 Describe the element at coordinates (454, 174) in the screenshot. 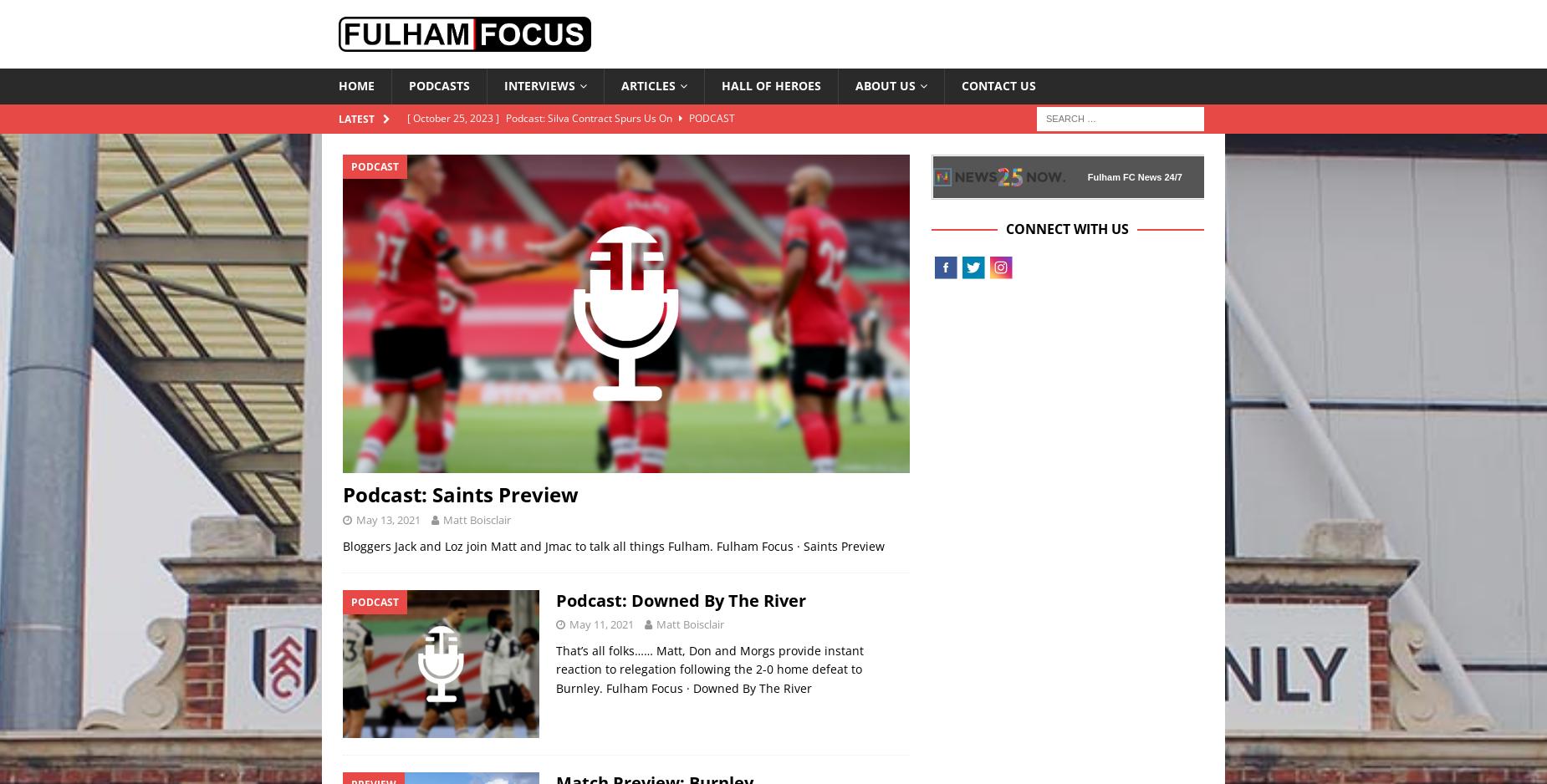

I see `'[ October 31, 2023 ]'` at that location.